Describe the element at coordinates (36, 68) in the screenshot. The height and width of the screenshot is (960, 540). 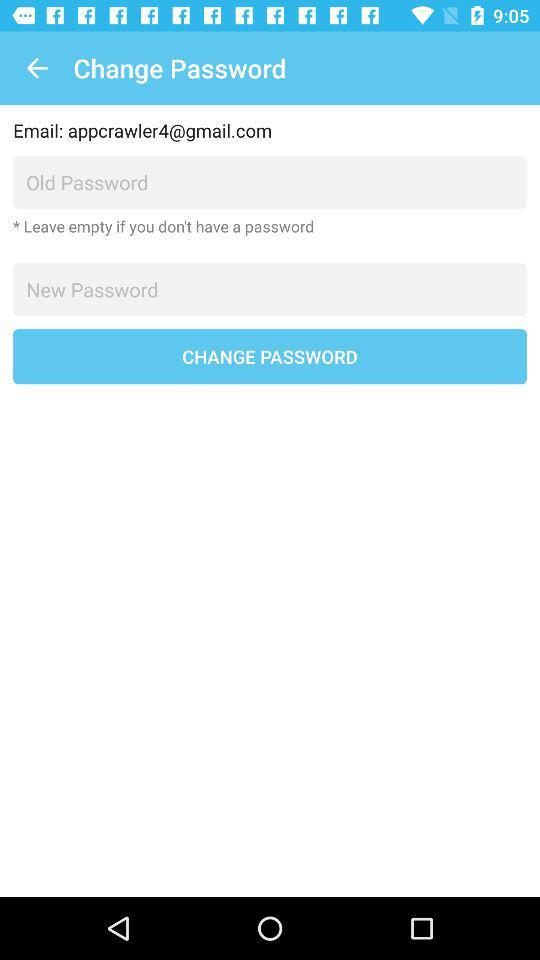
I see `icon at the top left corner` at that location.